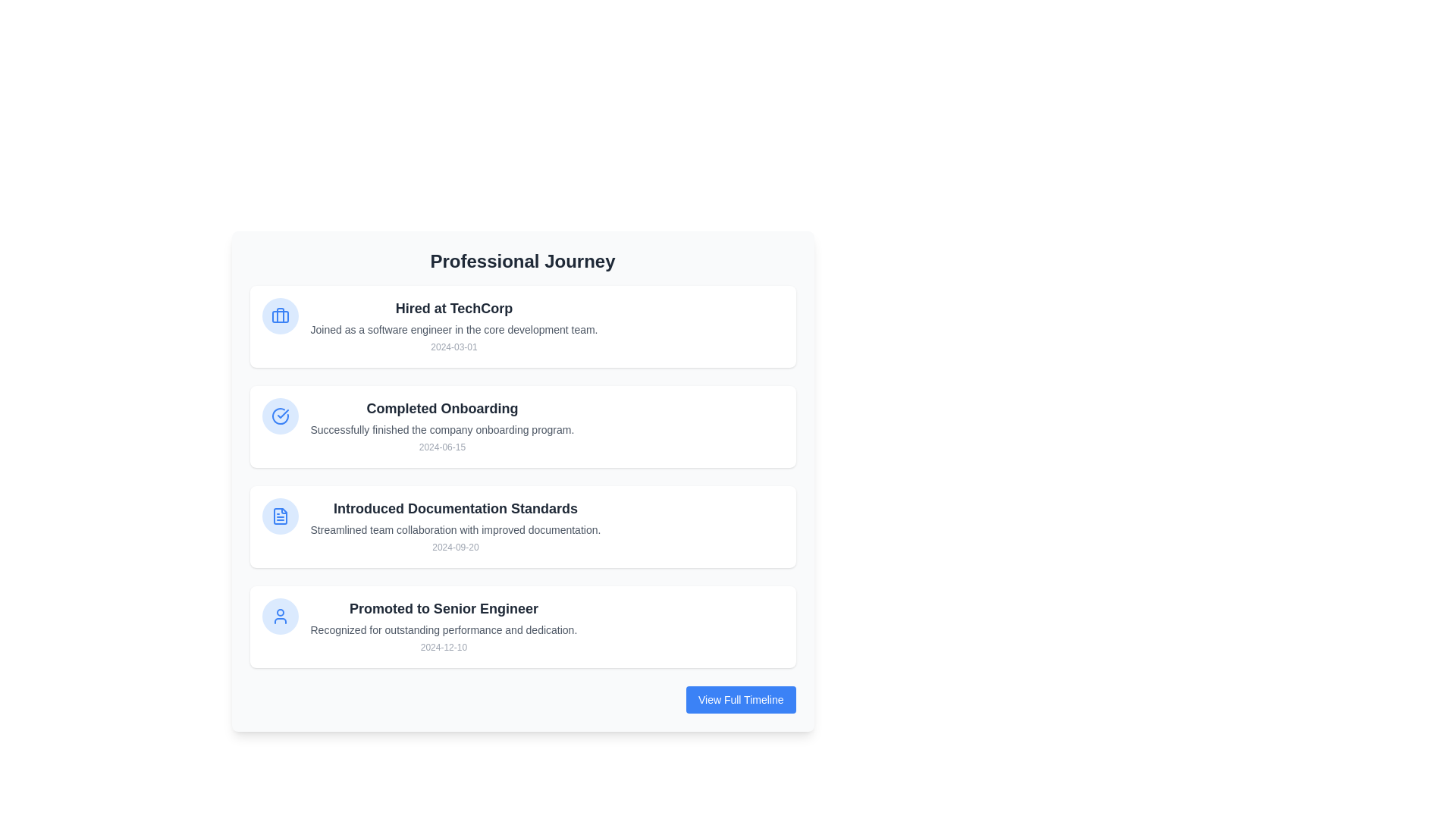  What do you see at coordinates (280, 416) in the screenshot?
I see `the second icon in the vertical list of timeline markers that indicates completion for the 'Completed Onboarding' entry` at bounding box center [280, 416].